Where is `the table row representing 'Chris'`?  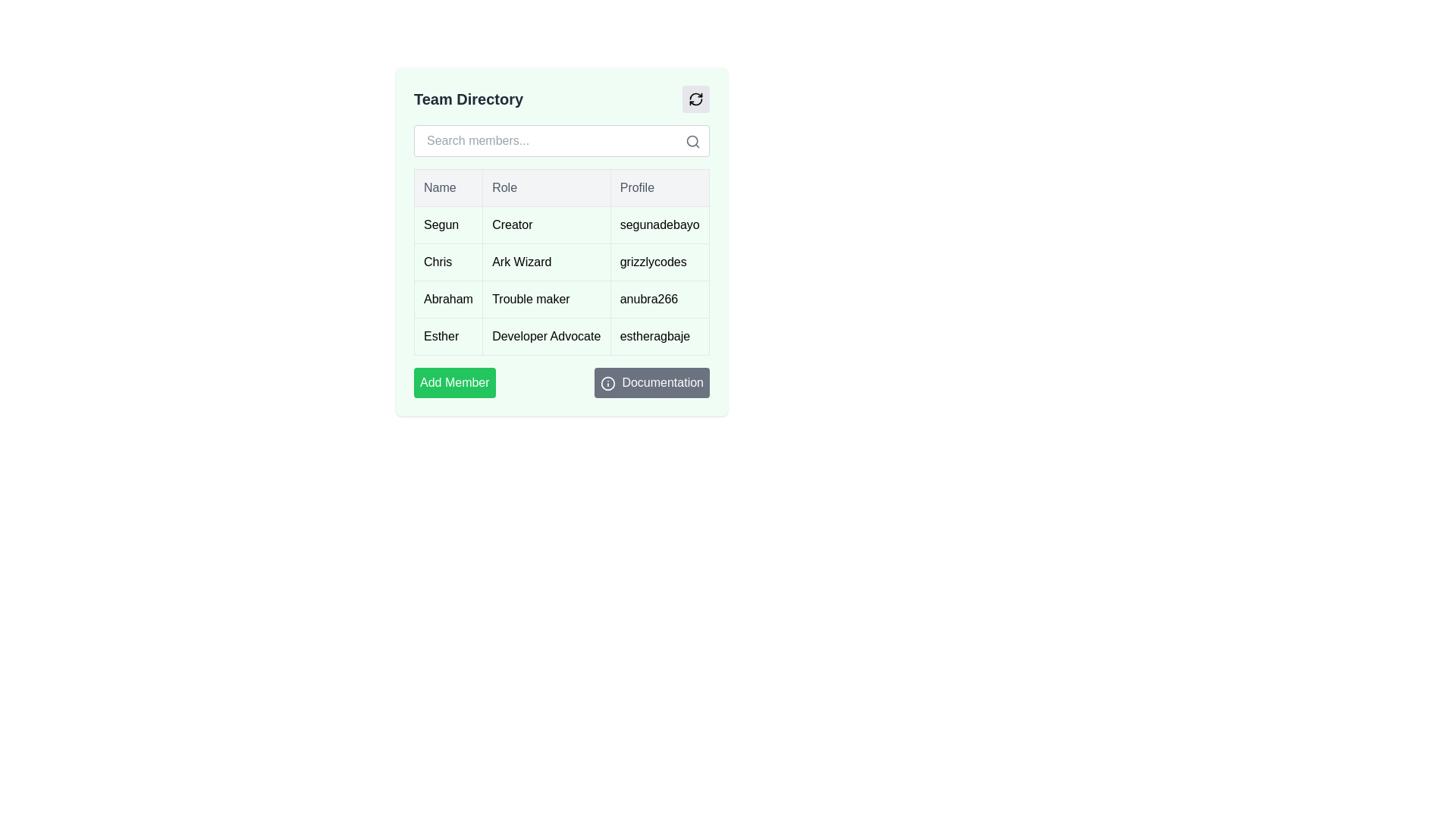 the table row representing 'Chris' is located at coordinates (560, 281).